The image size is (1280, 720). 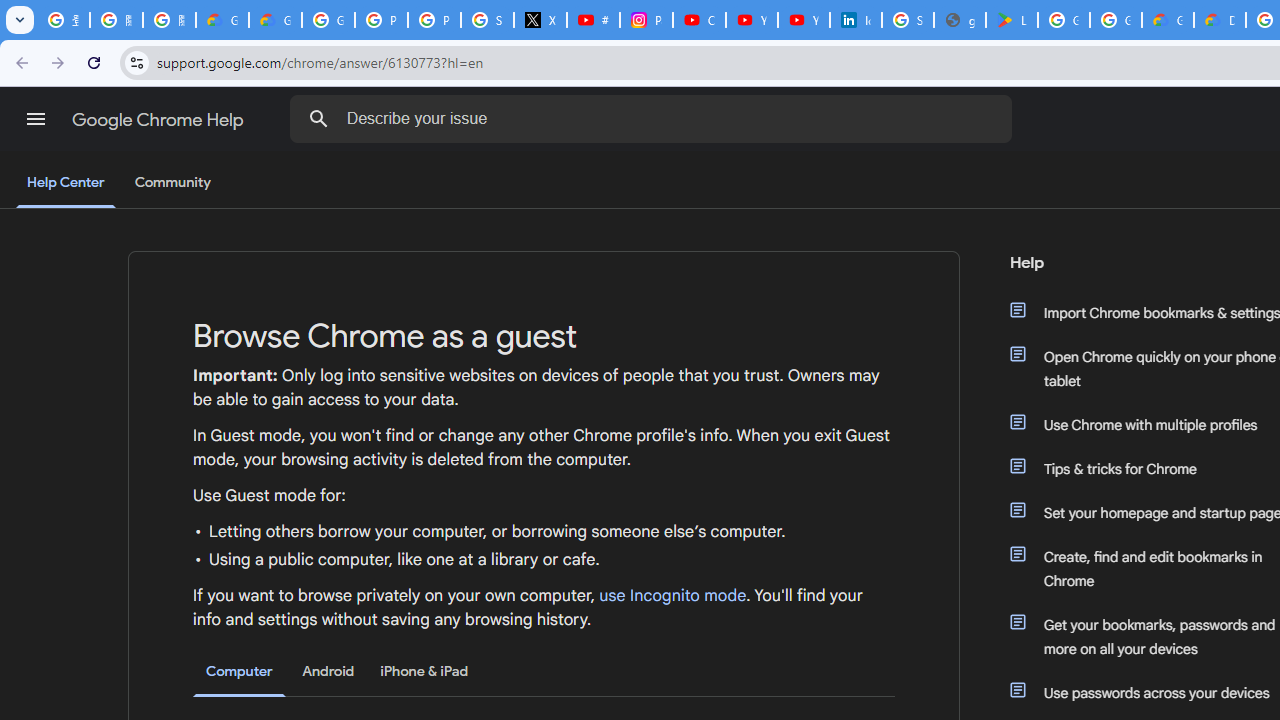 What do you see at coordinates (19, 61) in the screenshot?
I see `'Back'` at bounding box center [19, 61].